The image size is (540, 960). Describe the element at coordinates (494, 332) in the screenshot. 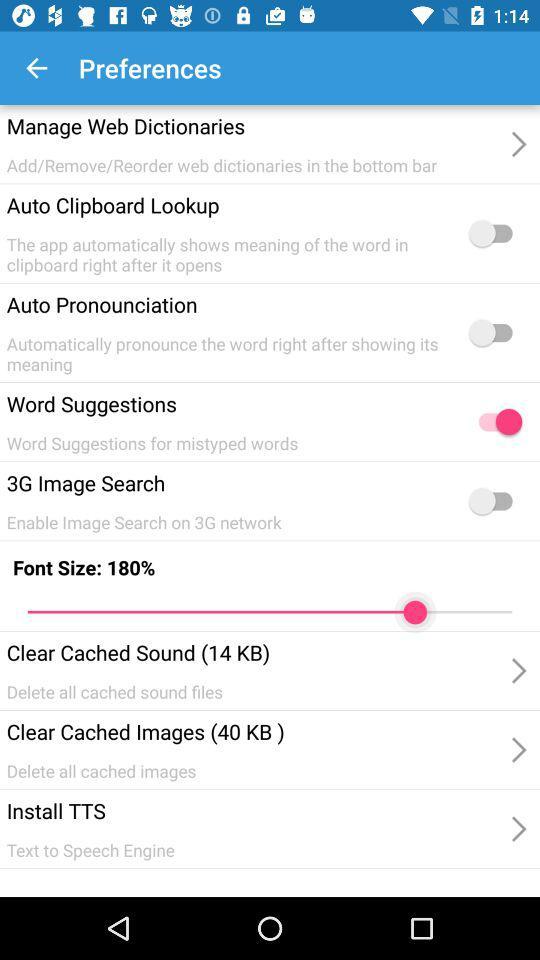

I see `auto pronoucnciation` at that location.